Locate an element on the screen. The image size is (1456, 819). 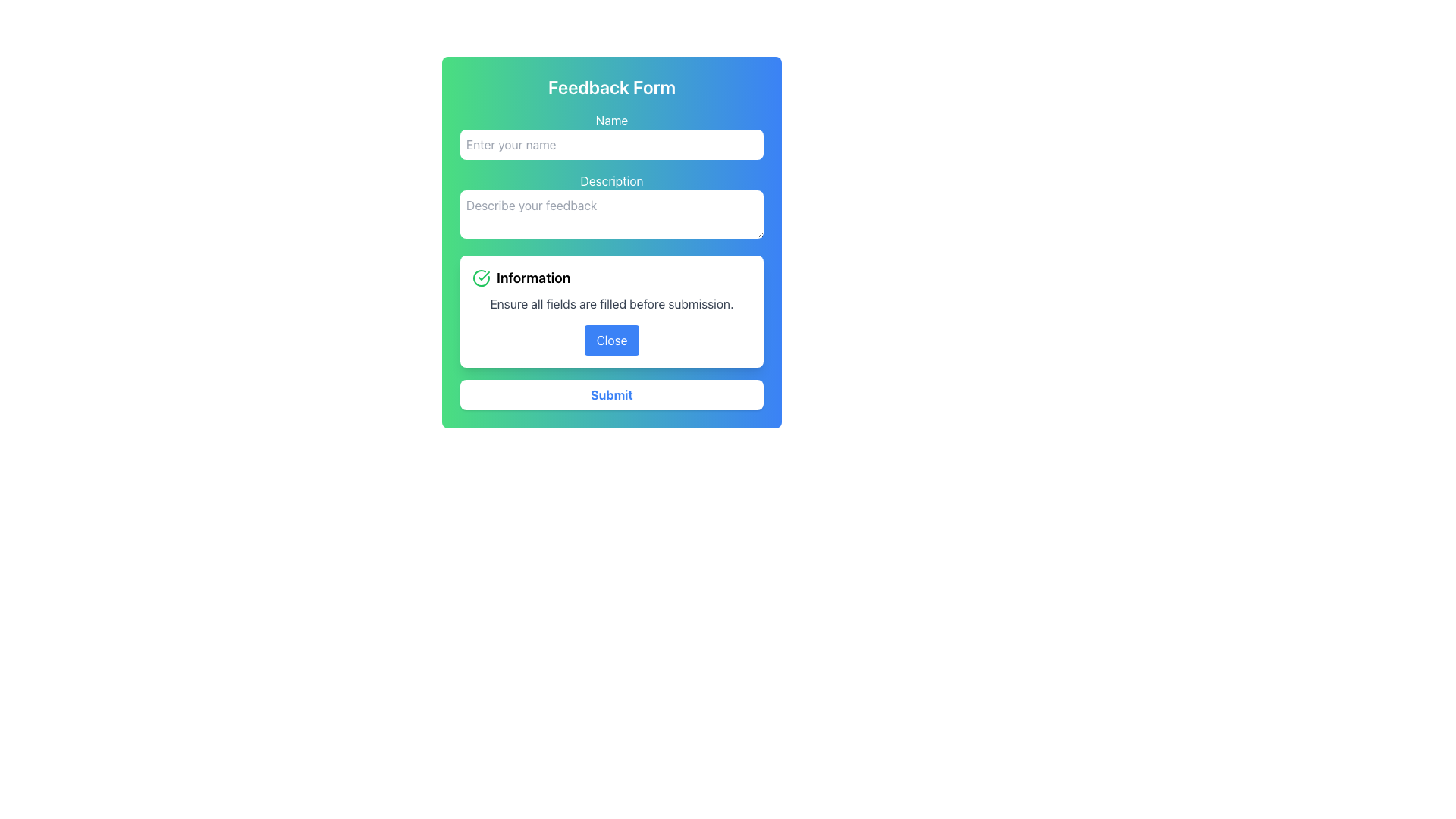
the 'Name' text input field to focus on it, allowing the user to enter their name in the Feedback Form is located at coordinates (611, 134).